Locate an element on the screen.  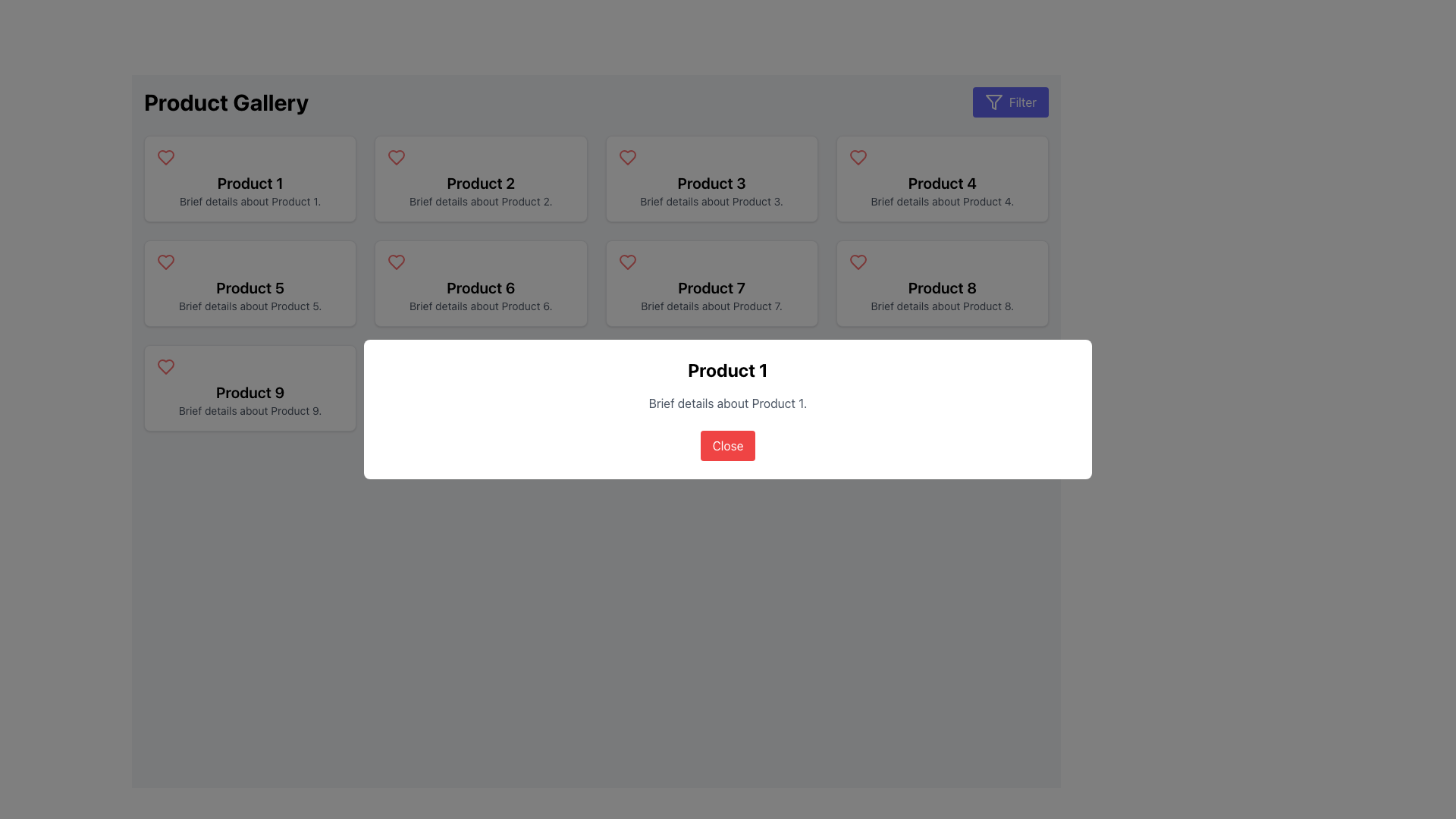
the product name text label located in the rightmost column, third row of the grid in the 'Product Gallery' is located at coordinates (941, 288).